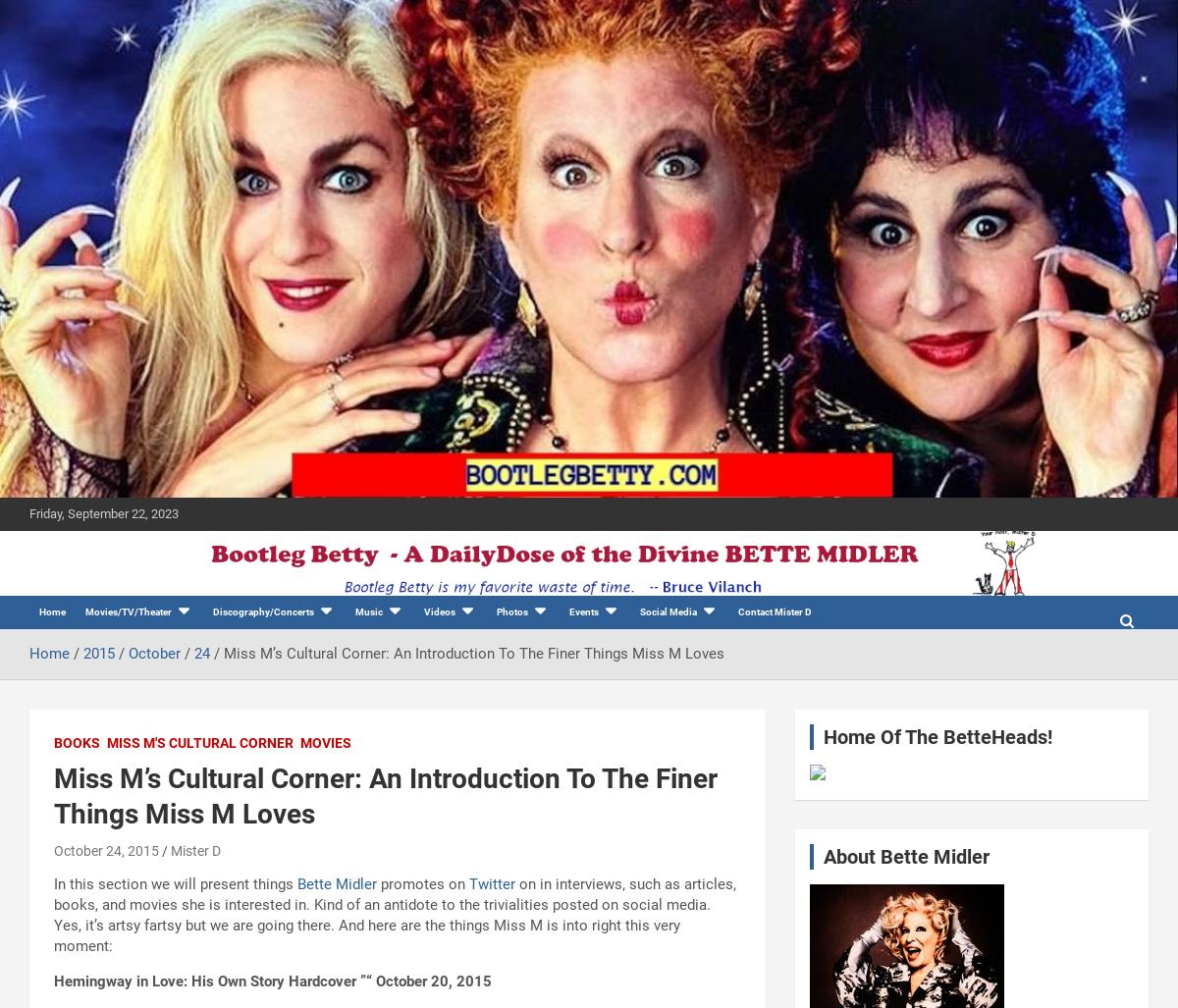 The image size is (1178, 1008). I want to click on 'In this section we will present things', so click(175, 882).